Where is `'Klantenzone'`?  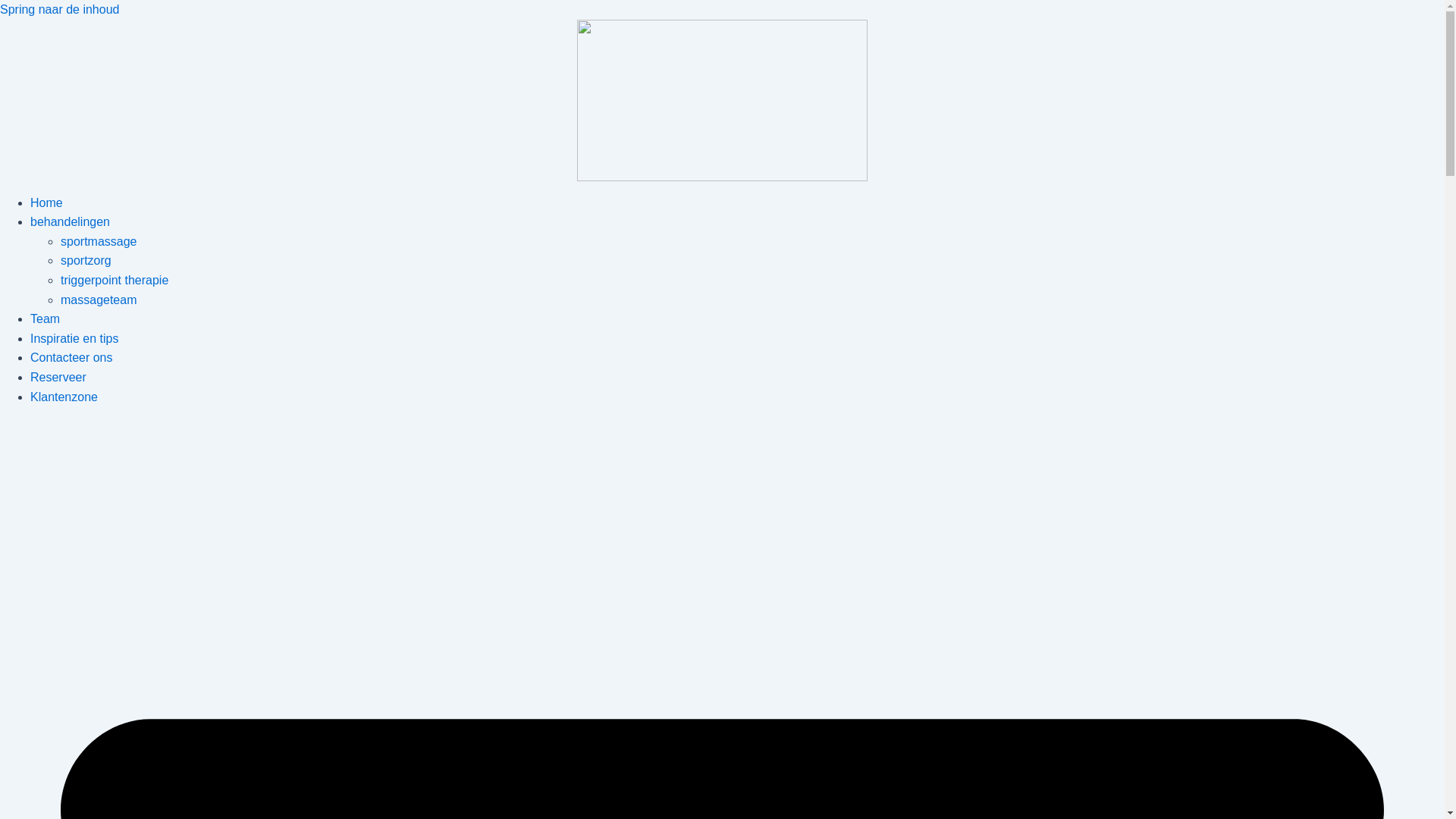
'Klantenzone' is located at coordinates (63, 396).